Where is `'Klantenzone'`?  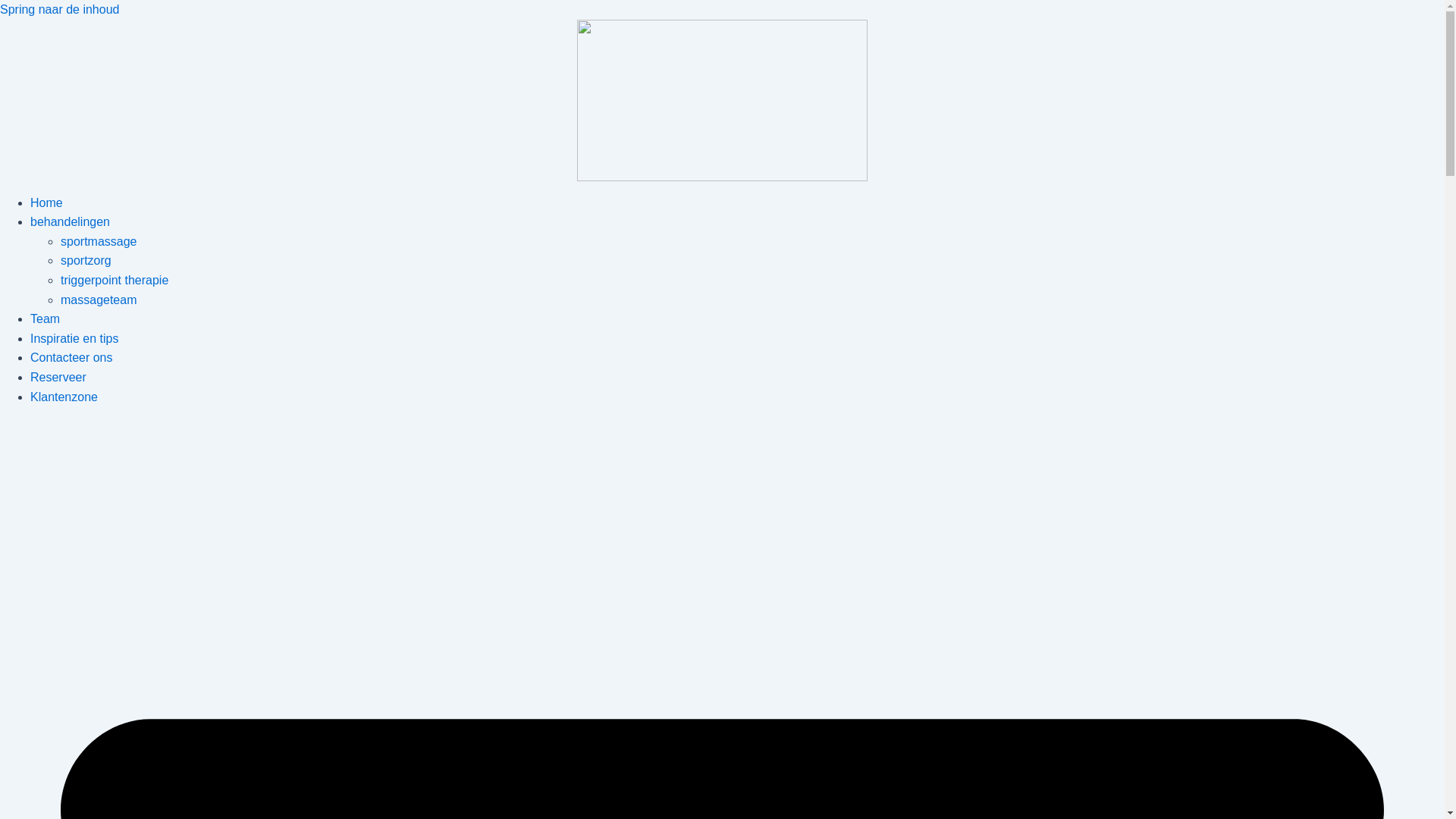
'Klantenzone' is located at coordinates (63, 396).